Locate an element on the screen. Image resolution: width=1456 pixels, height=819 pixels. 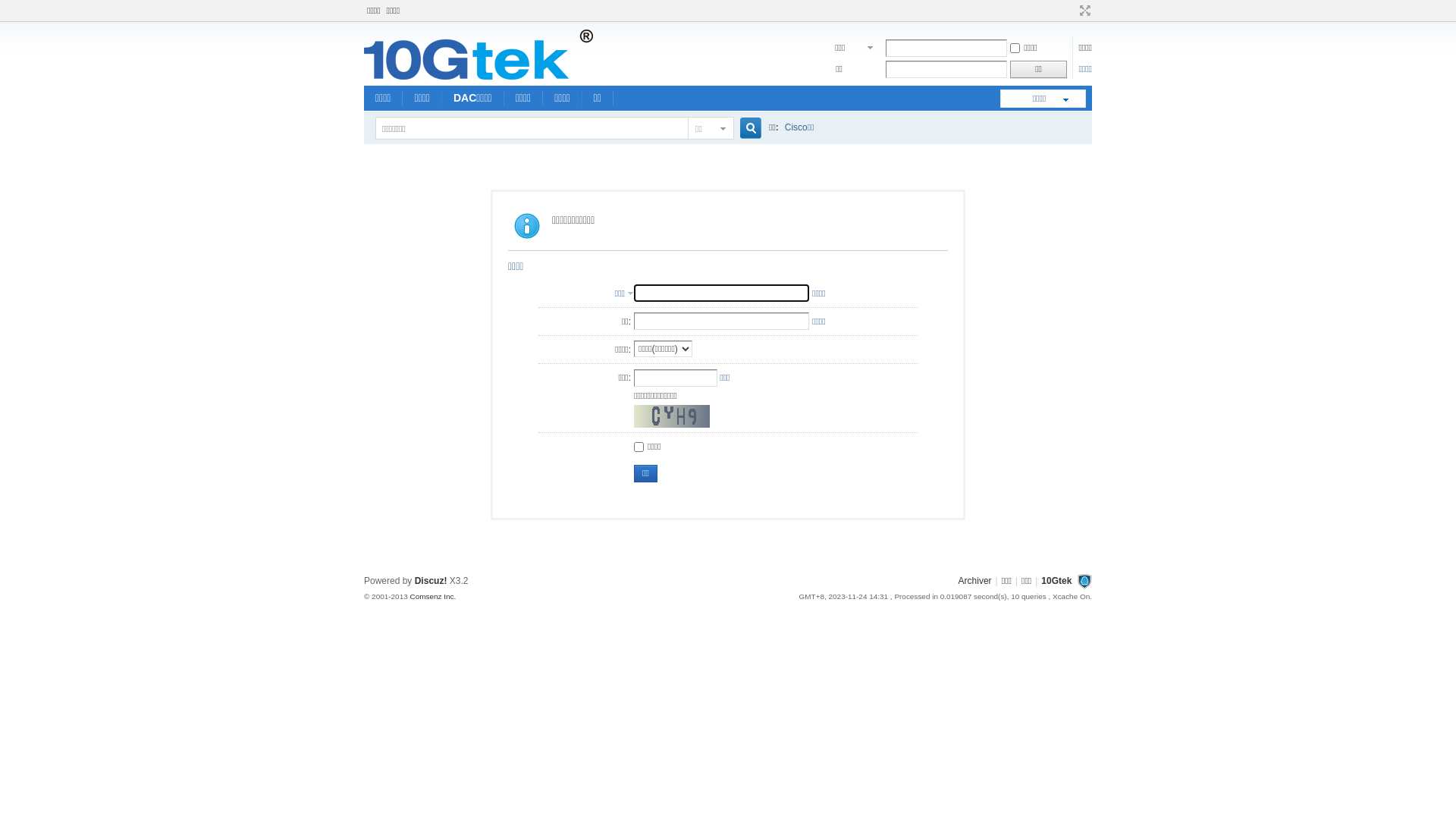
'Discuz!' is located at coordinates (430, 580).